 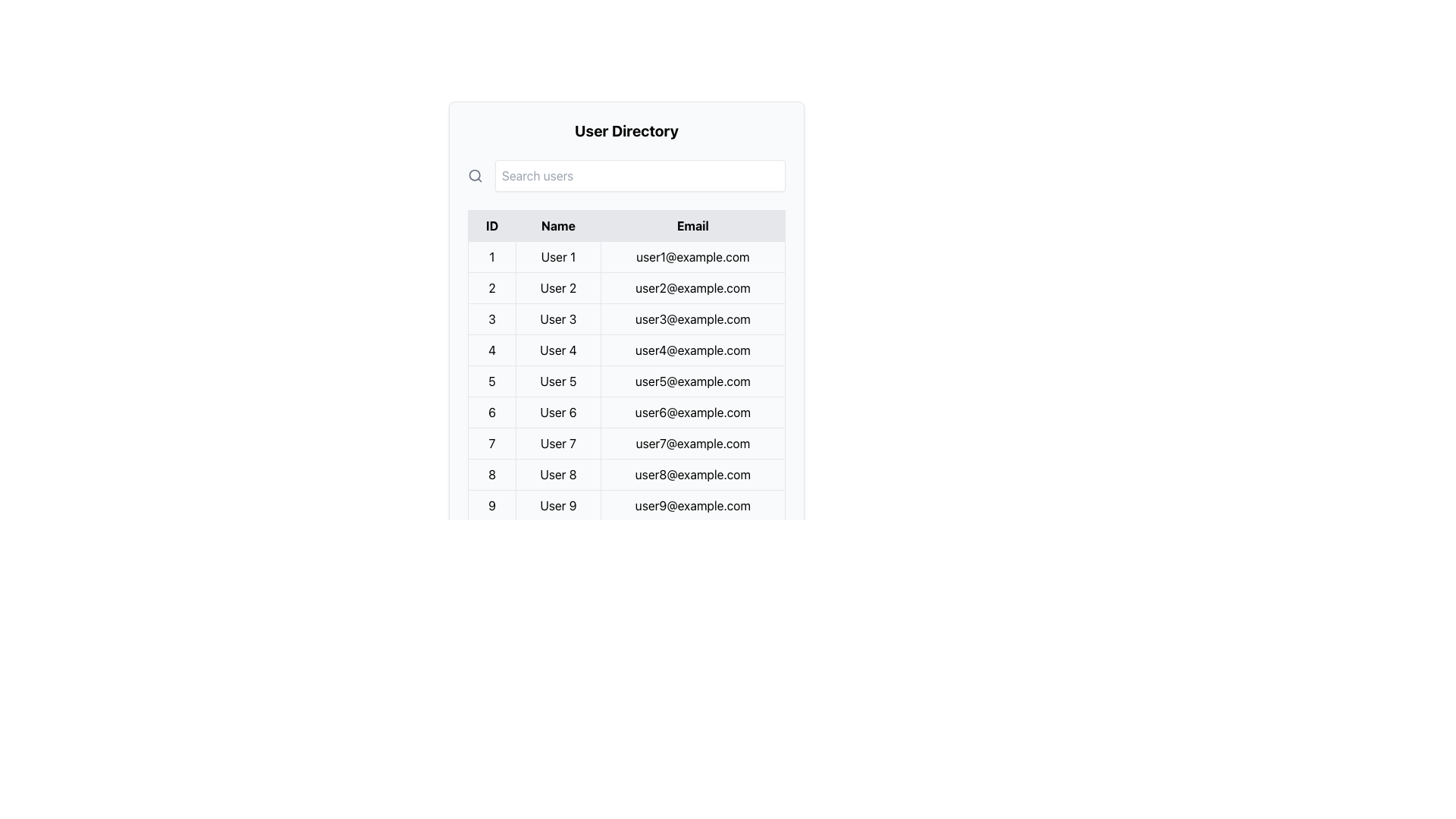 What do you see at coordinates (491, 256) in the screenshot?
I see `the table cell representing the unique identifier for the first user in the directory list, located in the first column of the first row under the 'ID' header` at bounding box center [491, 256].